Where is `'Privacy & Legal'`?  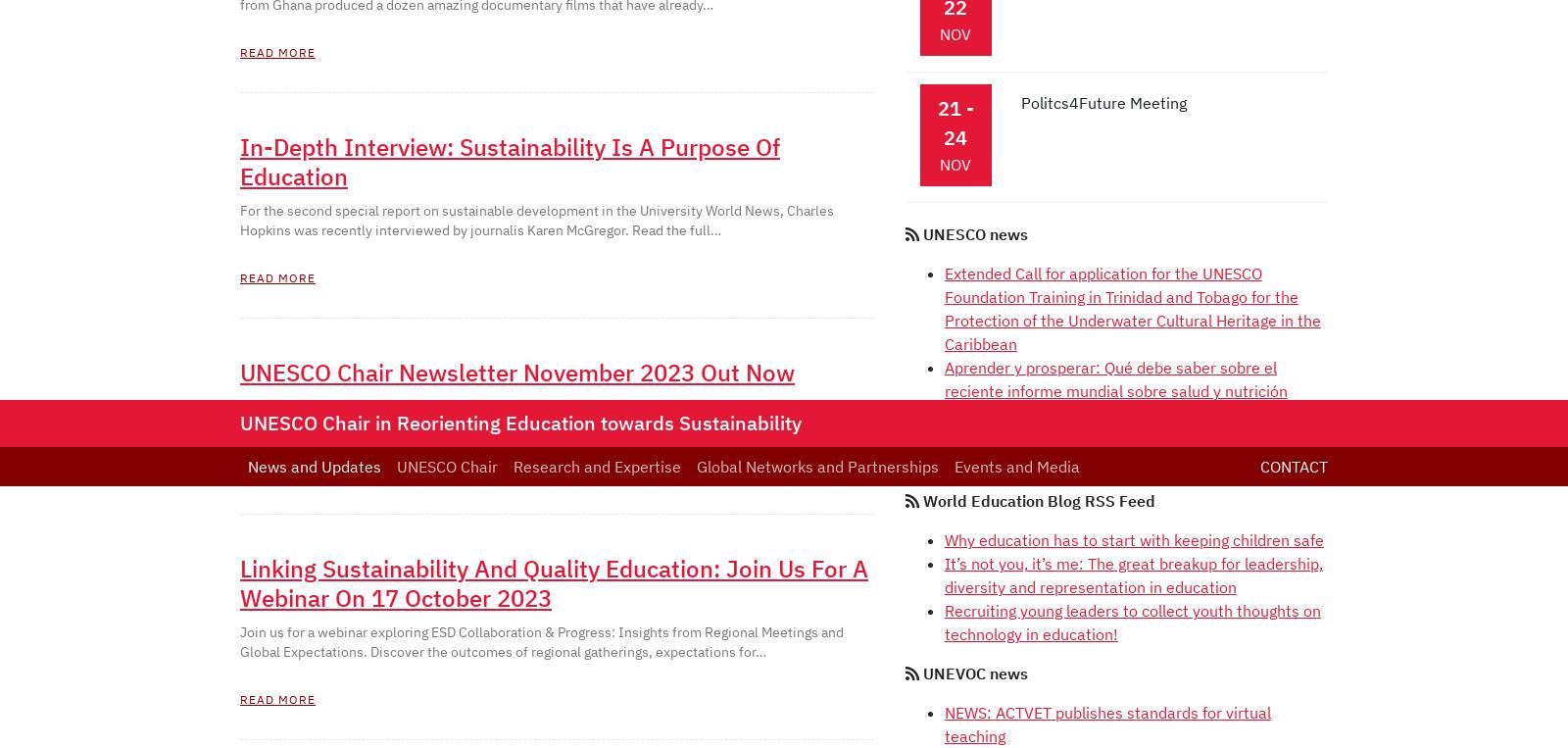
'Privacy & Legal' is located at coordinates (841, 270).